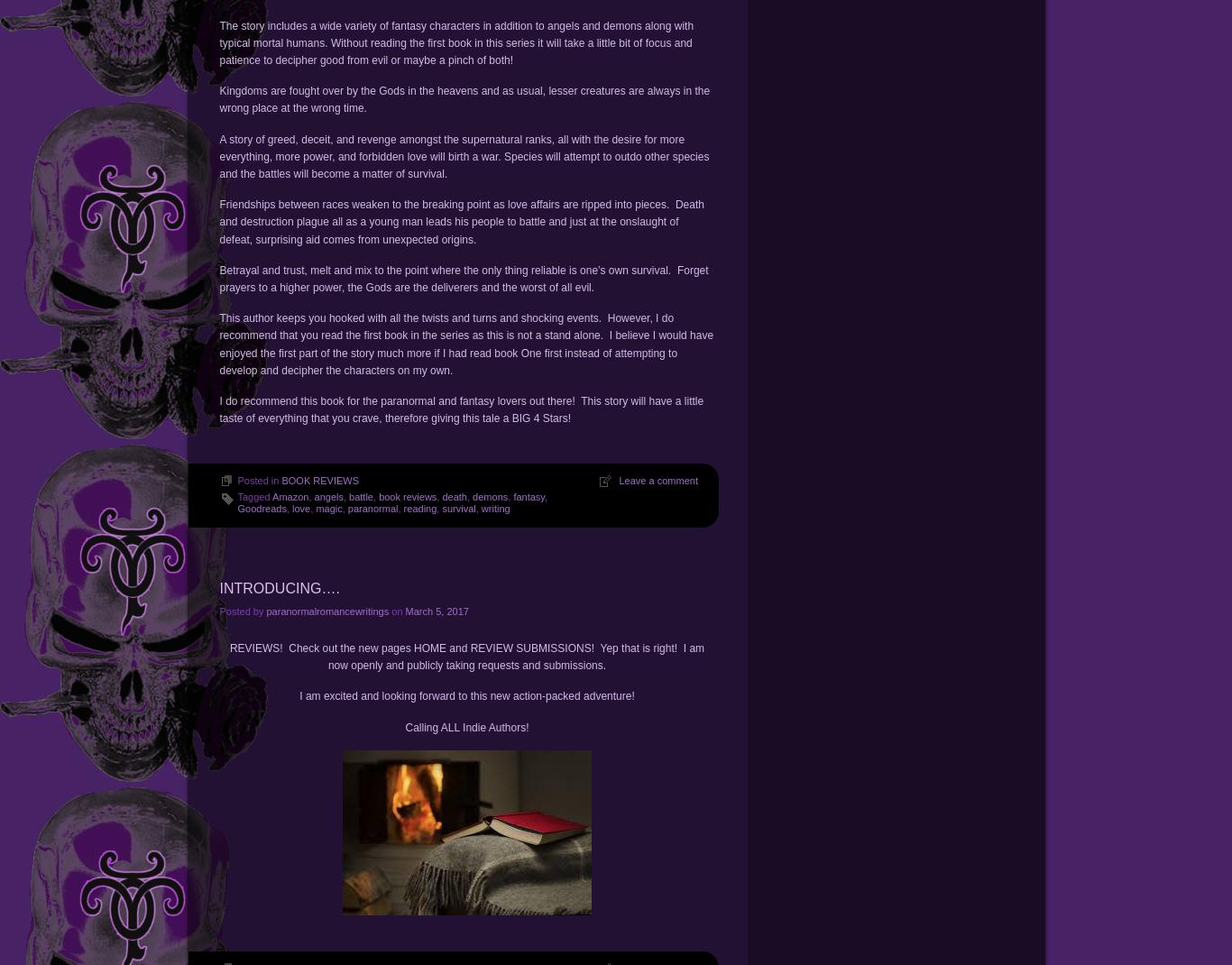 This screenshot has width=1232, height=965. What do you see at coordinates (254, 496) in the screenshot?
I see `'Tagged'` at bounding box center [254, 496].